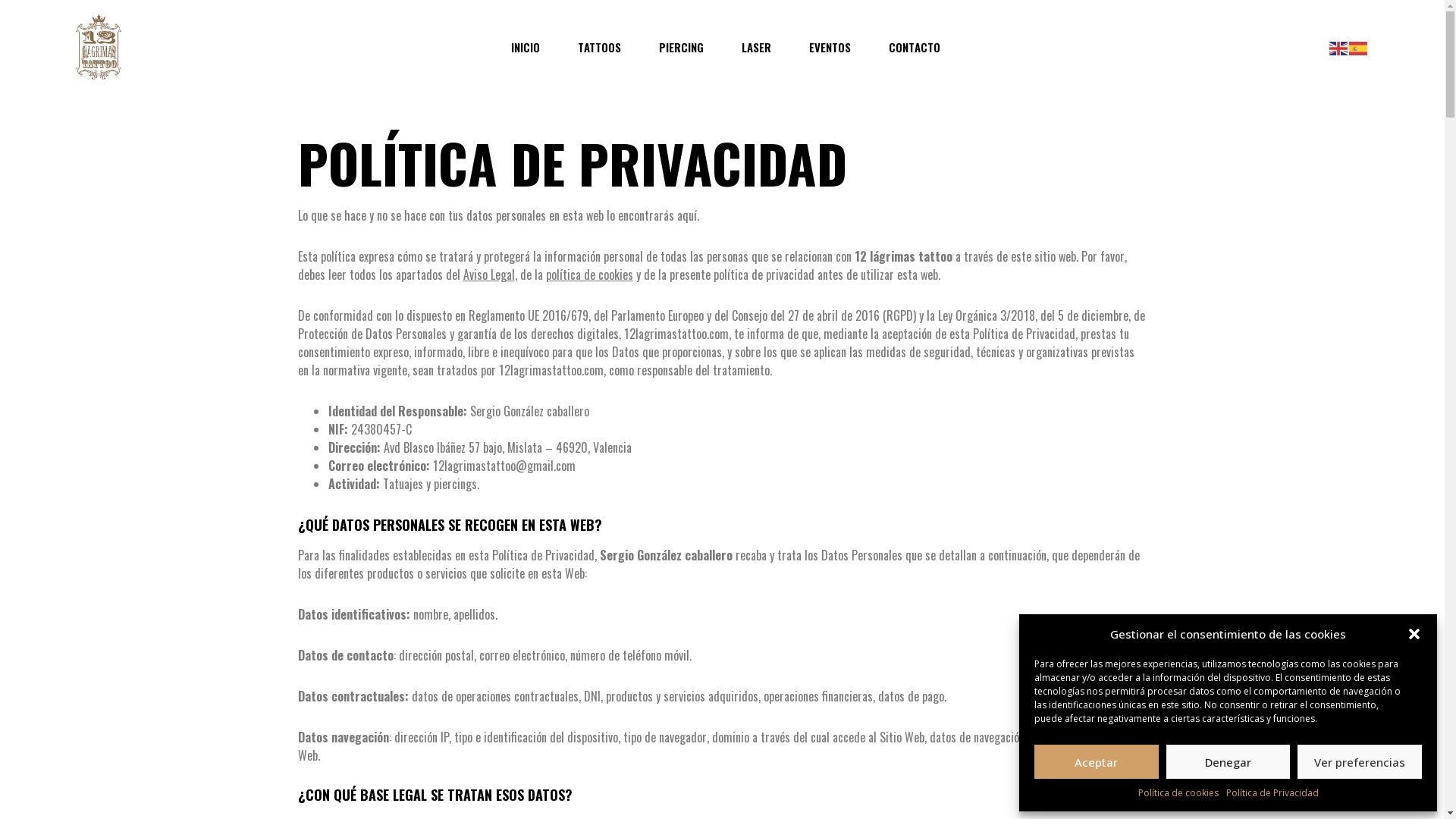  Describe the element at coordinates (525, 45) in the screenshot. I see `'INICIO'` at that location.